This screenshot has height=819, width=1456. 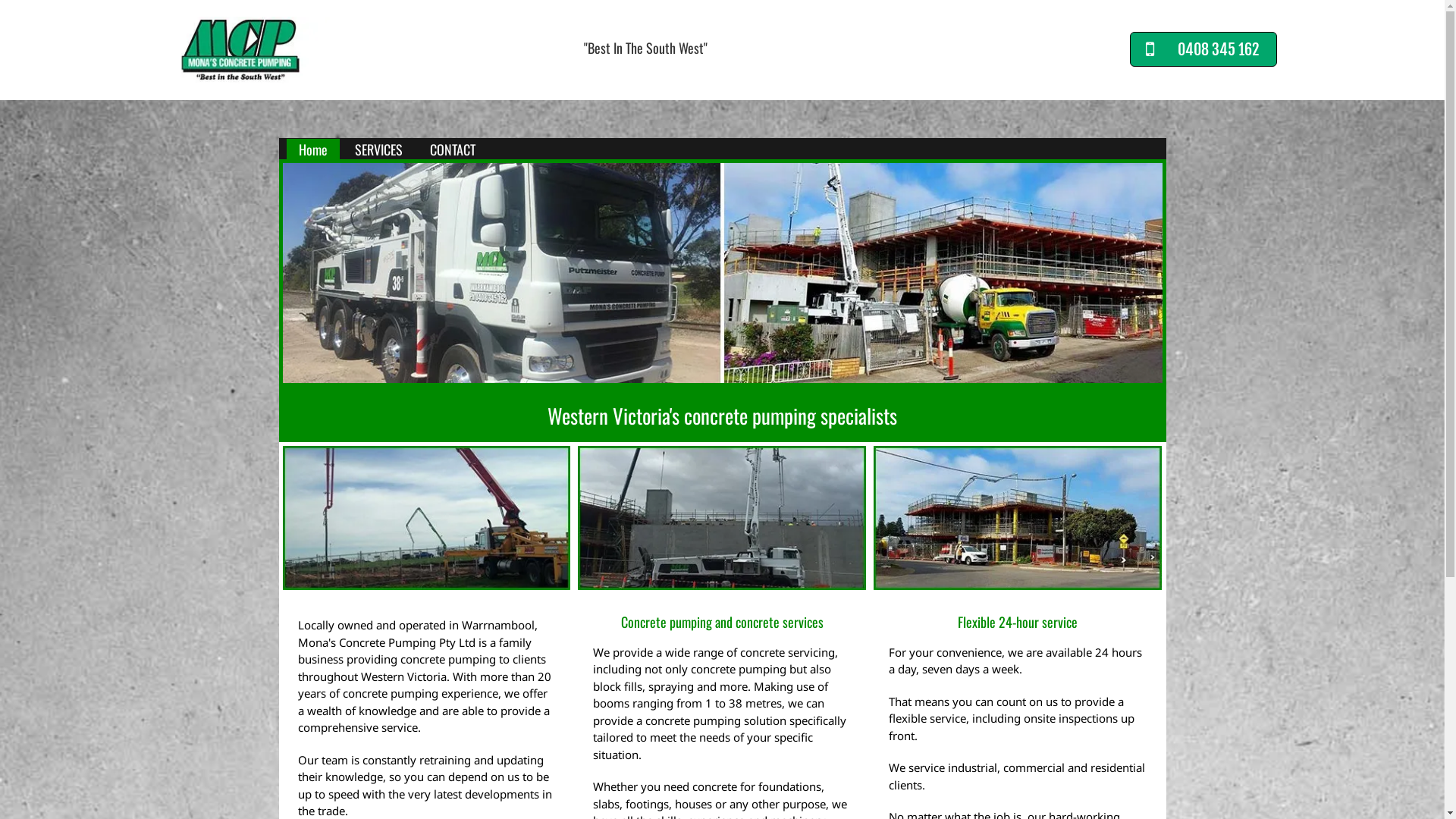 What do you see at coordinates (312, 149) in the screenshot?
I see `'Home'` at bounding box center [312, 149].